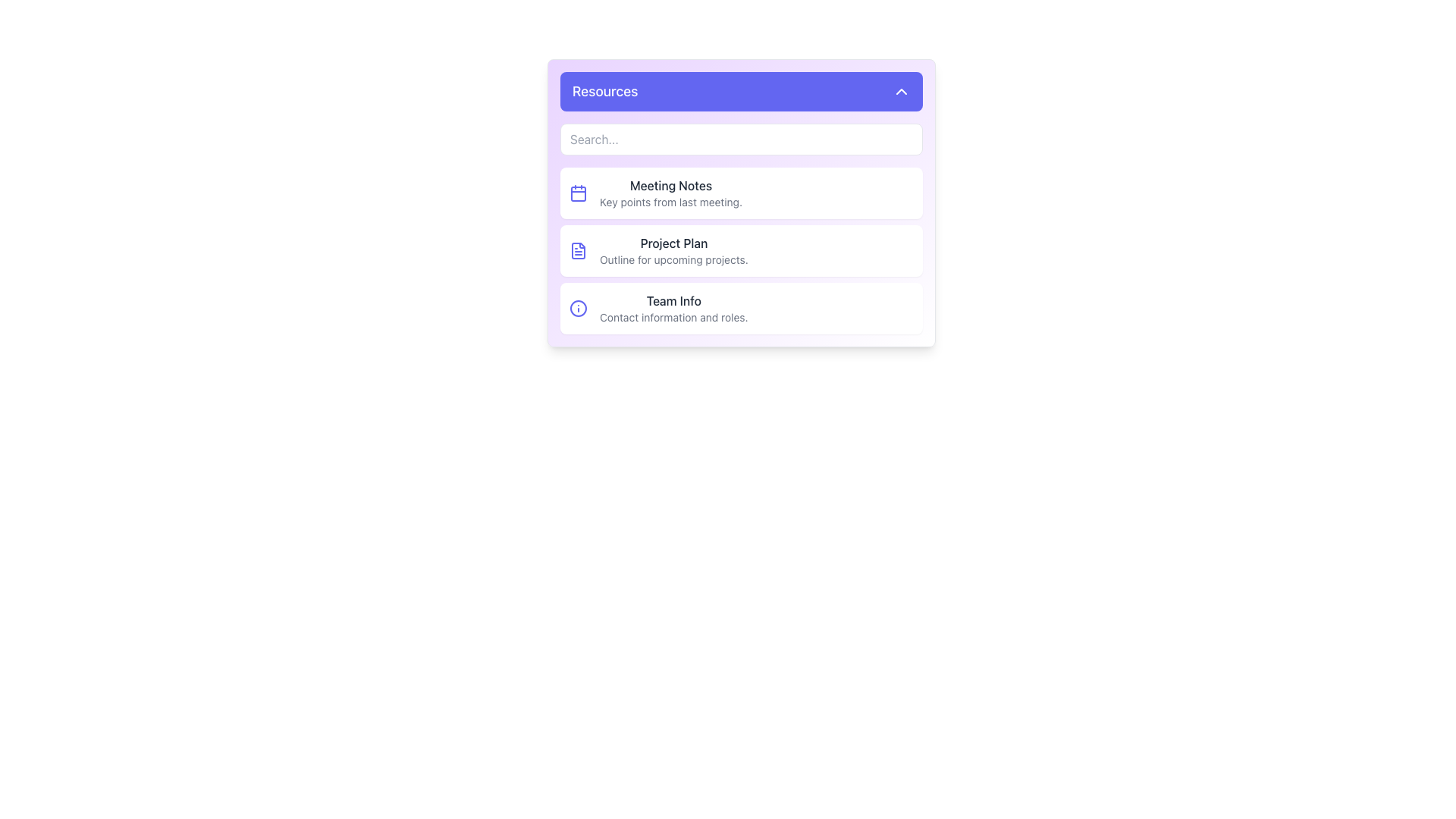 The height and width of the screenshot is (819, 1456). What do you see at coordinates (670, 185) in the screenshot?
I see `the 'Meeting Notes' text element` at bounding box center [670, 185].